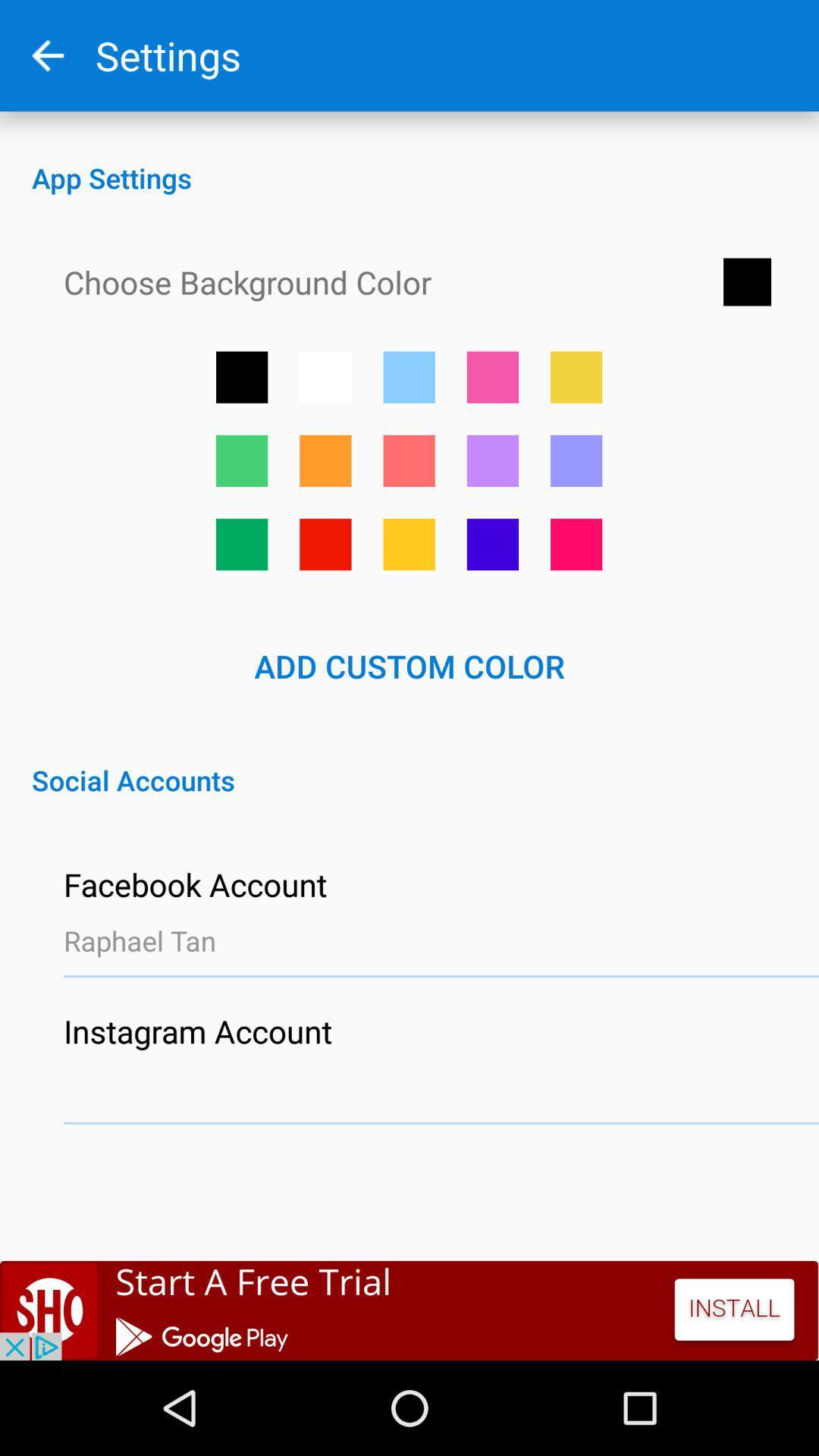  Describe the element at coordinates (492, 544) in the screenshot. I see `dark blue` at that location.